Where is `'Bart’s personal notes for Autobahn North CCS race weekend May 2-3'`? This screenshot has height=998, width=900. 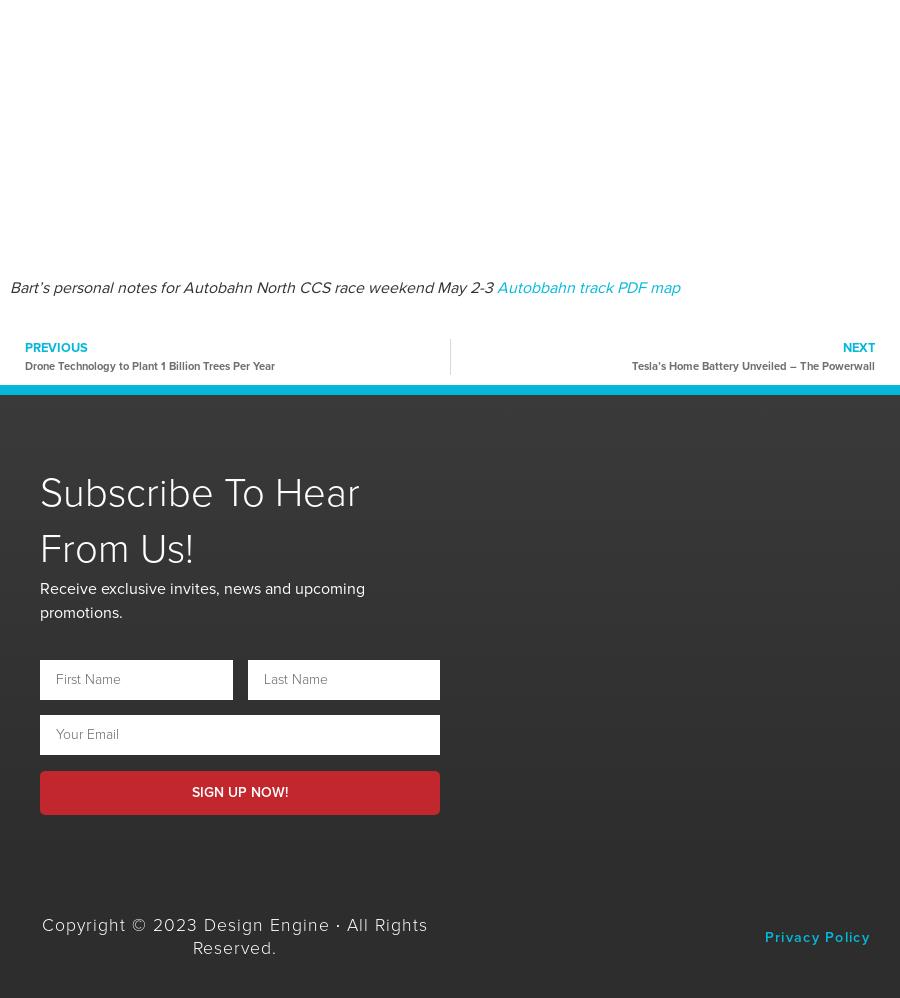
'Bart’s personal notes for Autobahn North CCS race weekend May 2-3' is located at coordinates (252, 286).